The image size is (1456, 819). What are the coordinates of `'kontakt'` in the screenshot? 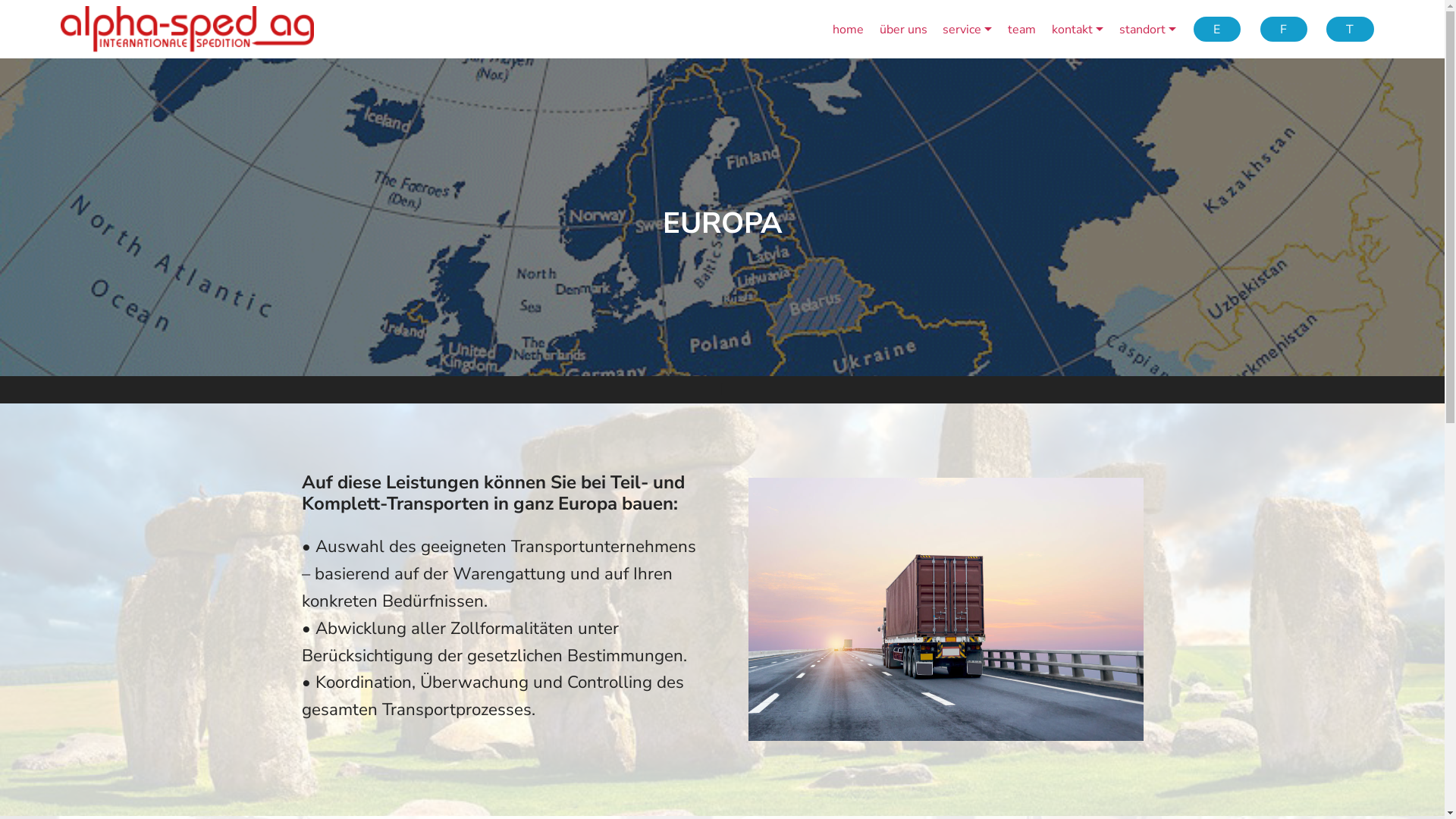 It's located at (1076, 29).